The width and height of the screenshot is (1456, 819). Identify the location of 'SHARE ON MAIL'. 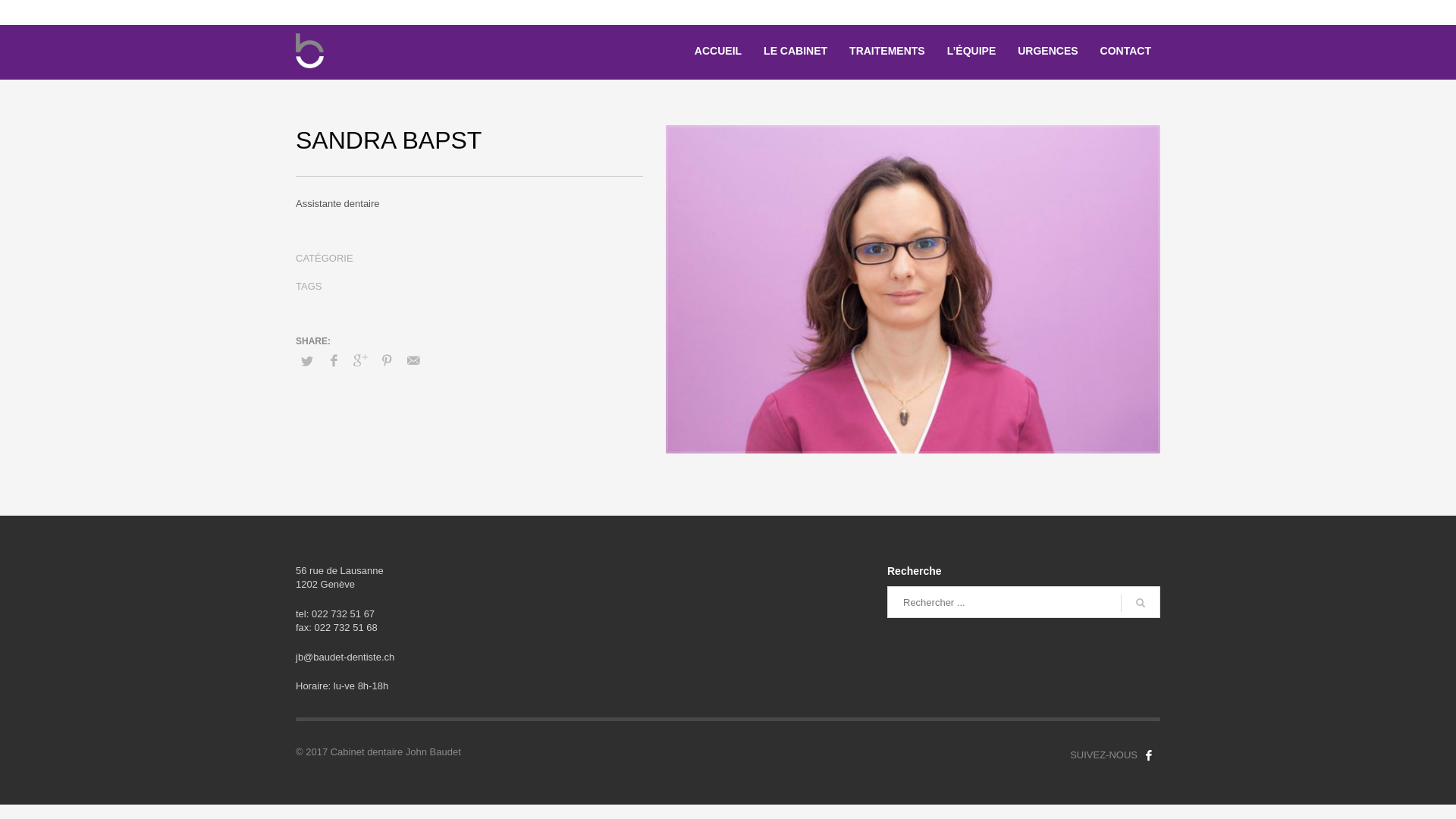
(401, 360).